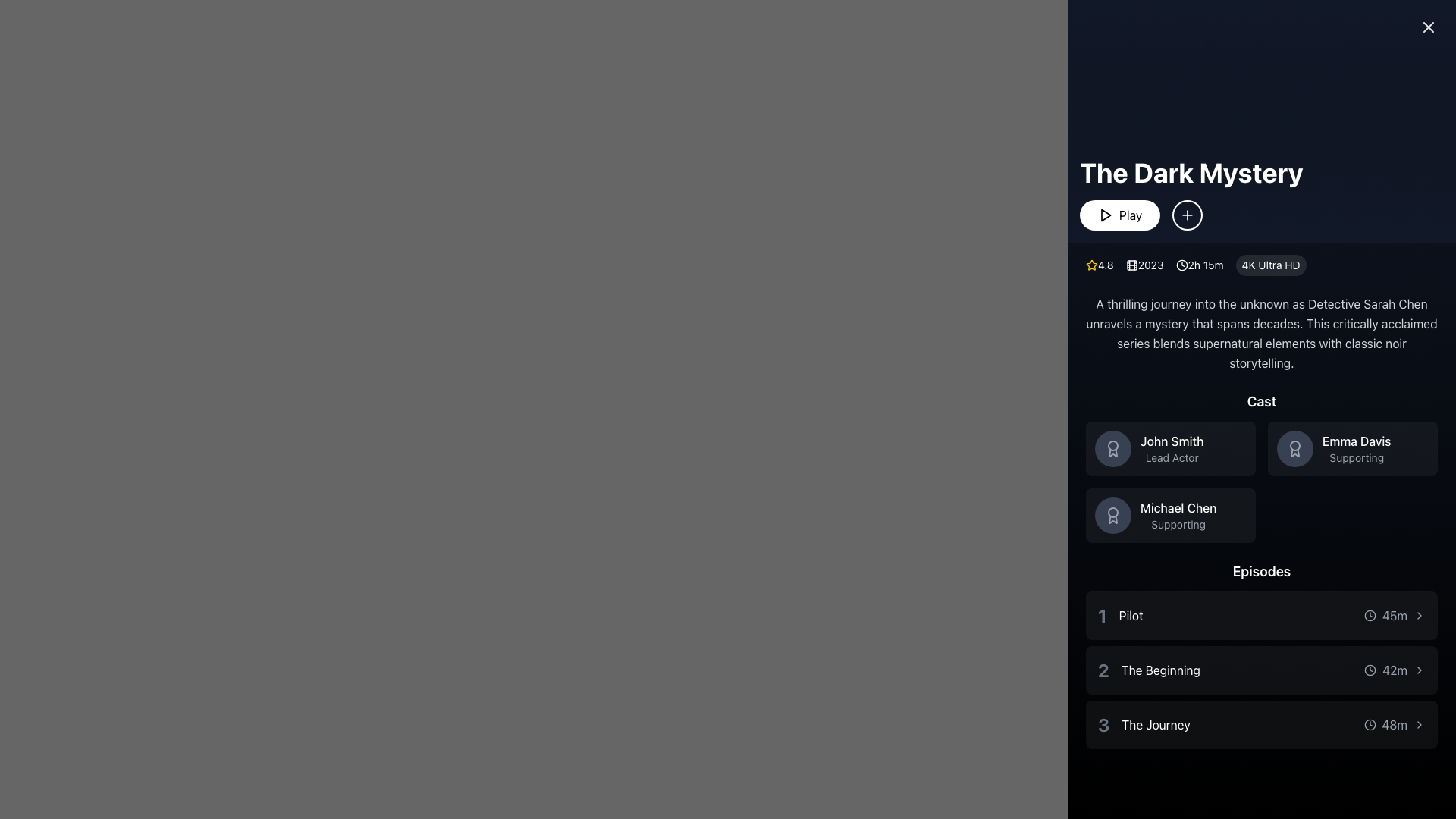 The height and width of the screenshot is (819, 1456). What do you see at coordinates (1395, 724) in the screenshot?
I see `the Label with a clock icon displaying '48m', which is located next to the text 'The Journey' in the third episode of the 'Episodes' section` at bounding box center [1395, 724].